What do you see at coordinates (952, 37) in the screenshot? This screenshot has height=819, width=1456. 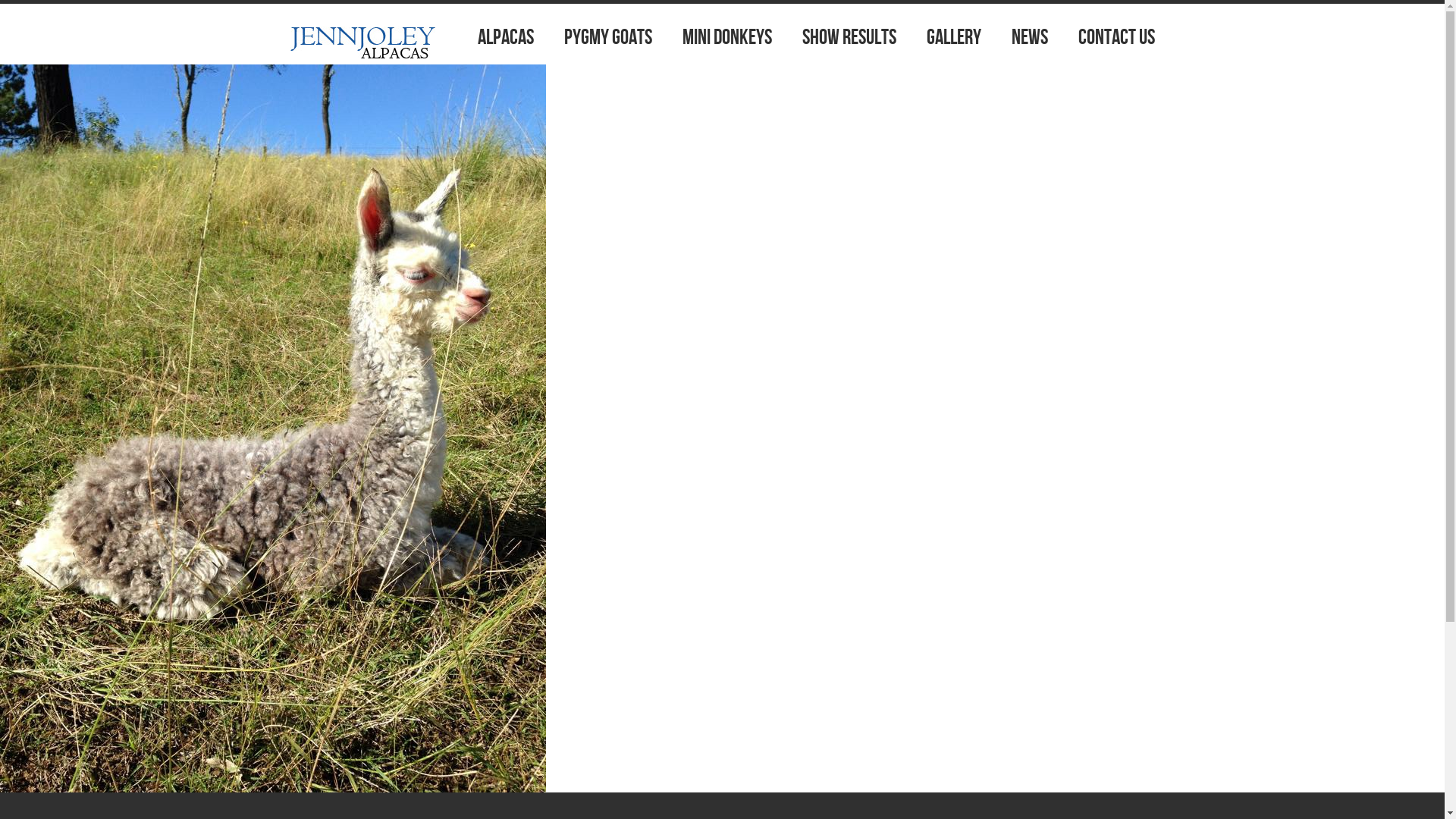 I see `'GALLERY'` at bounding box center [952, 37].